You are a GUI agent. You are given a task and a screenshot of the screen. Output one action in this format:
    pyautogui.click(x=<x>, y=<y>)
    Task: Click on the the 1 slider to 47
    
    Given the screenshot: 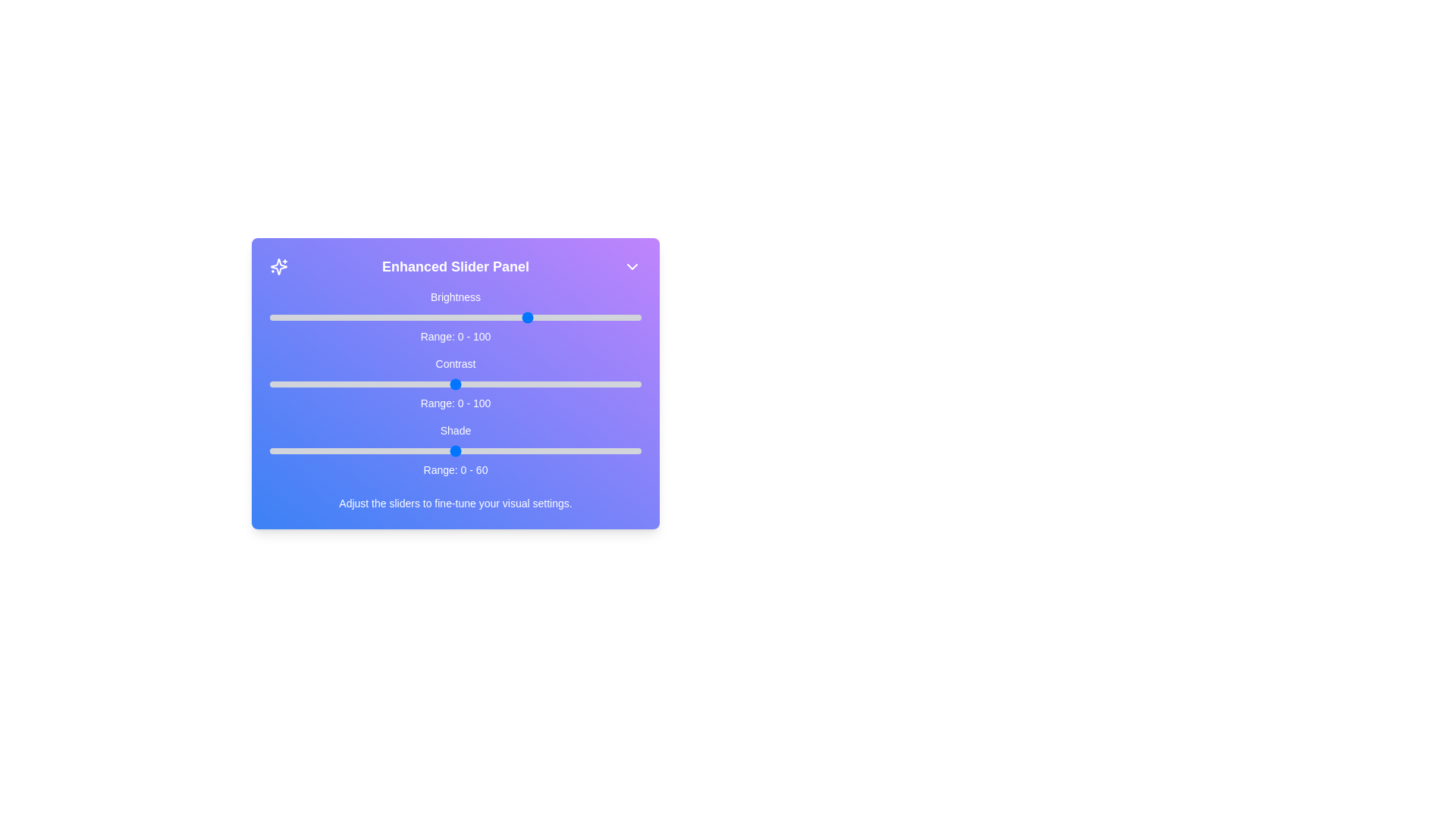 What is the action you would take?
    pyautogui.click(x=444, y=383)
    